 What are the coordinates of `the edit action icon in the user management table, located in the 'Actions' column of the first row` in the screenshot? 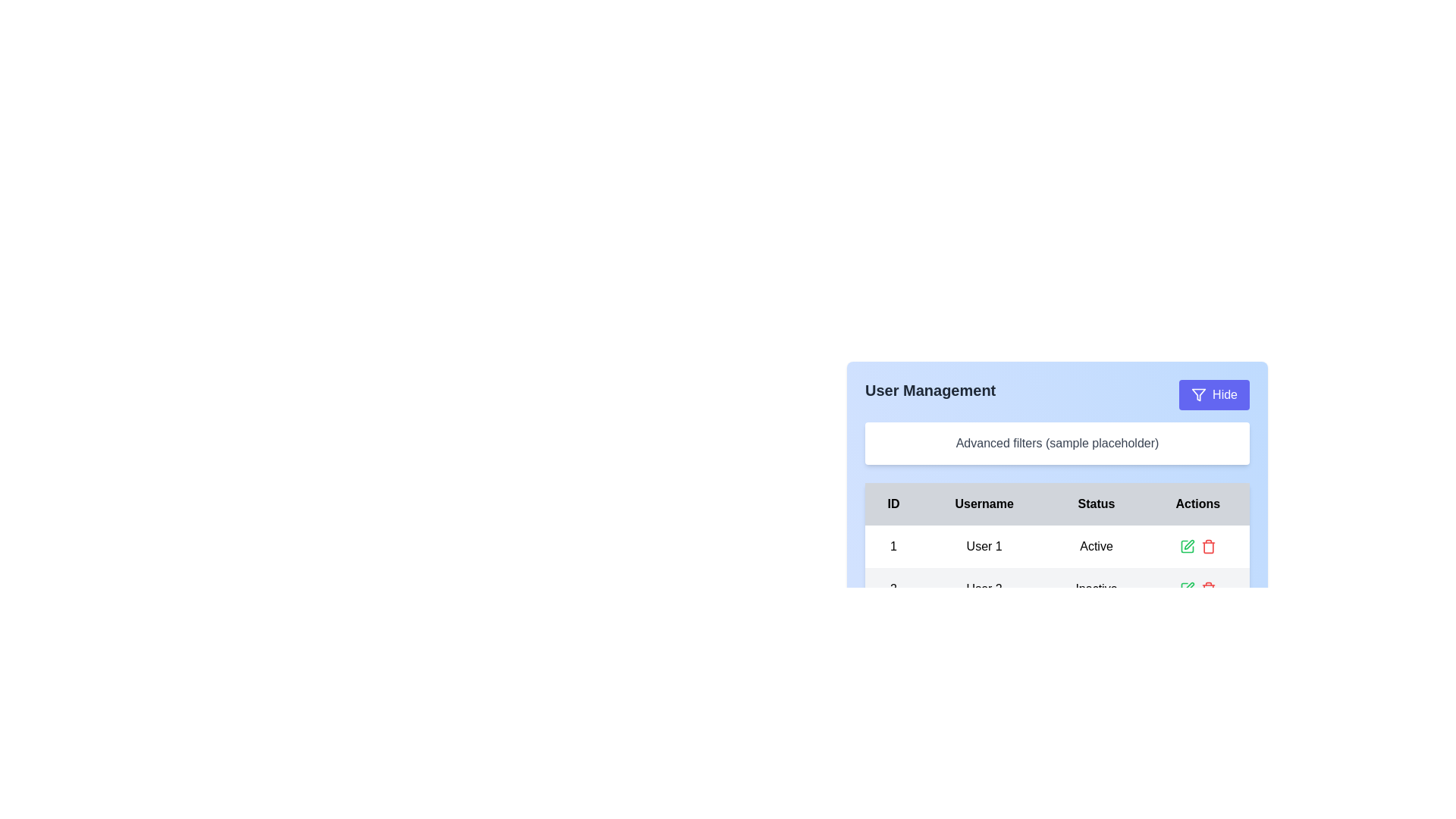 It's located at (1186, 547).